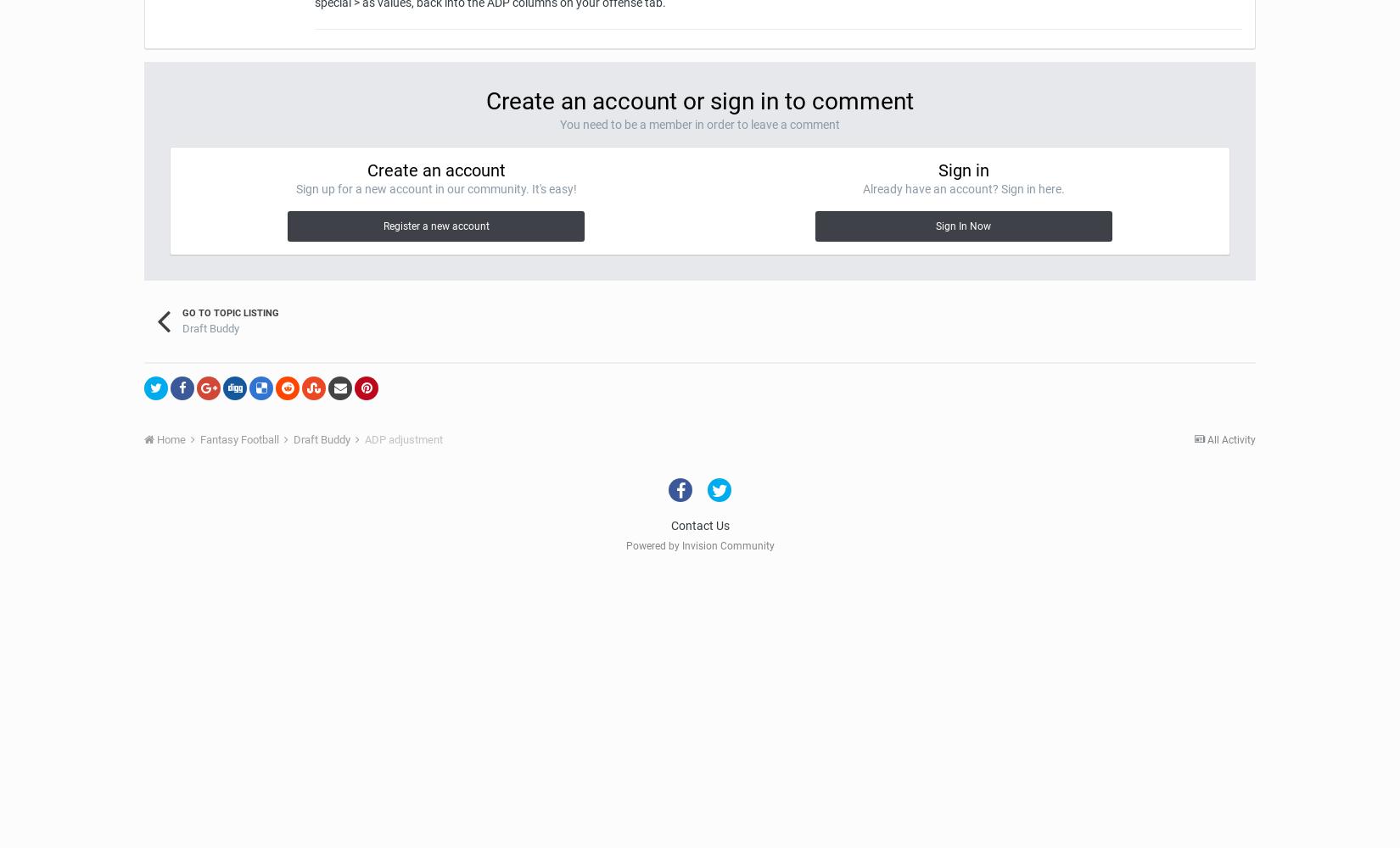  Describe the element at coordinates (700, 124) in the screenshot. I see `'You need to be a member in order to leave a comment'` at that location.